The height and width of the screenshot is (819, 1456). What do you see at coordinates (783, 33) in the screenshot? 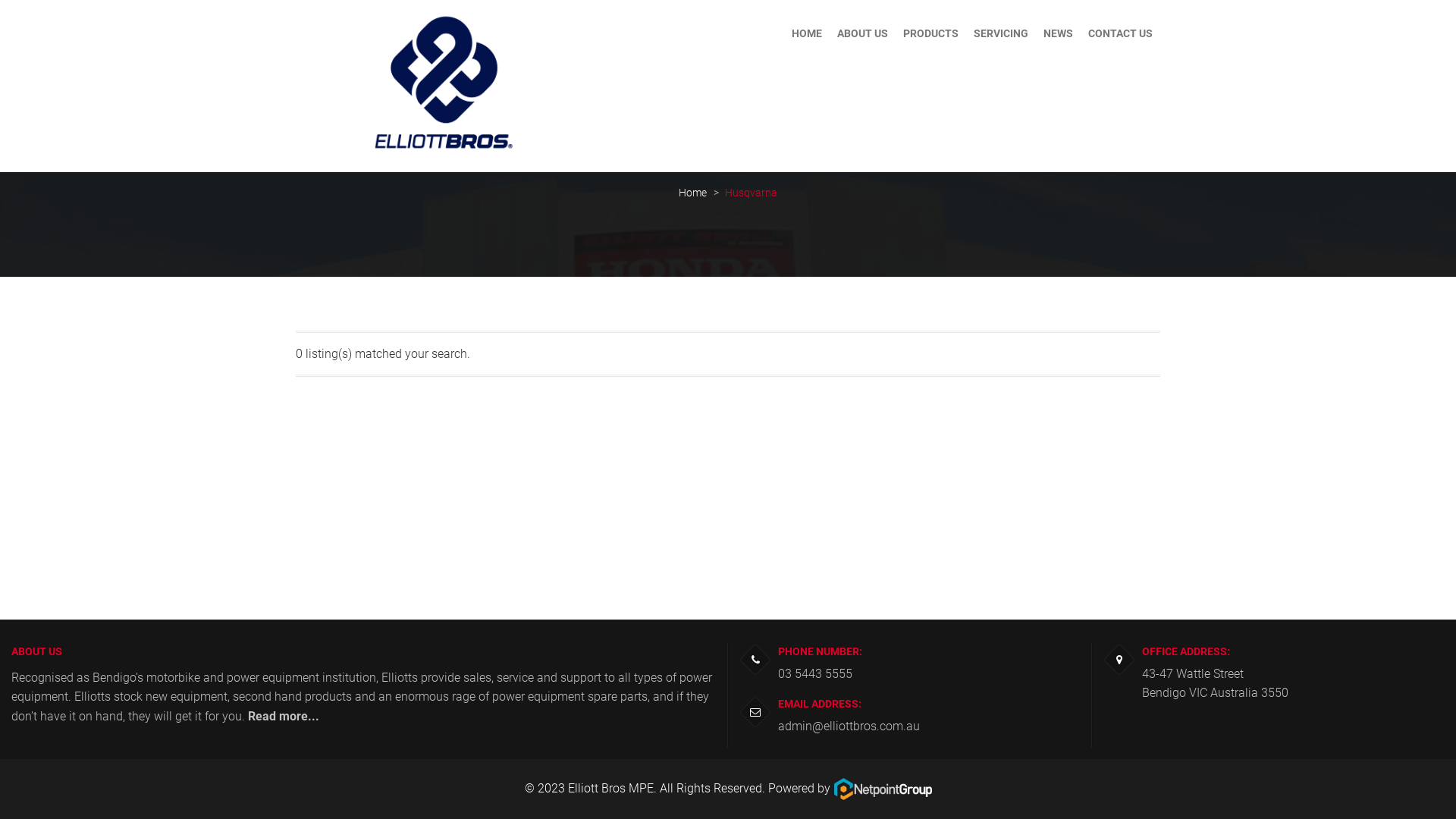
I see `'HOME'` at bounding box center [783, 33].